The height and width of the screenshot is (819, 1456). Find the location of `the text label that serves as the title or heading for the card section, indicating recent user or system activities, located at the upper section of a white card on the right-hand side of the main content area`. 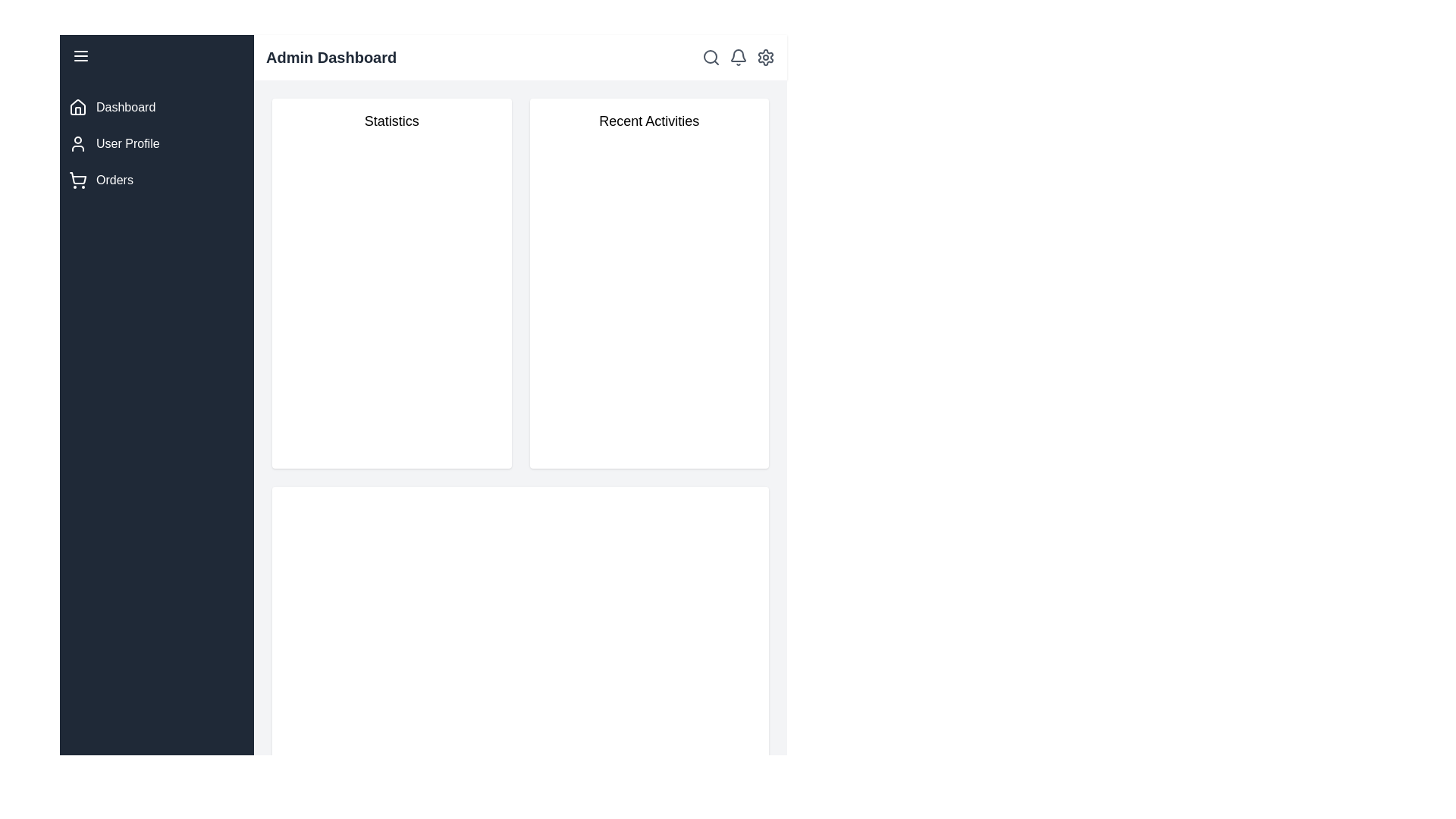

the text label that serves as the title or heading for the card section, indicating recent user or system activities, located at the upper section of a white card on the right-hand side of the main content area is located at coordinates (649, 120).